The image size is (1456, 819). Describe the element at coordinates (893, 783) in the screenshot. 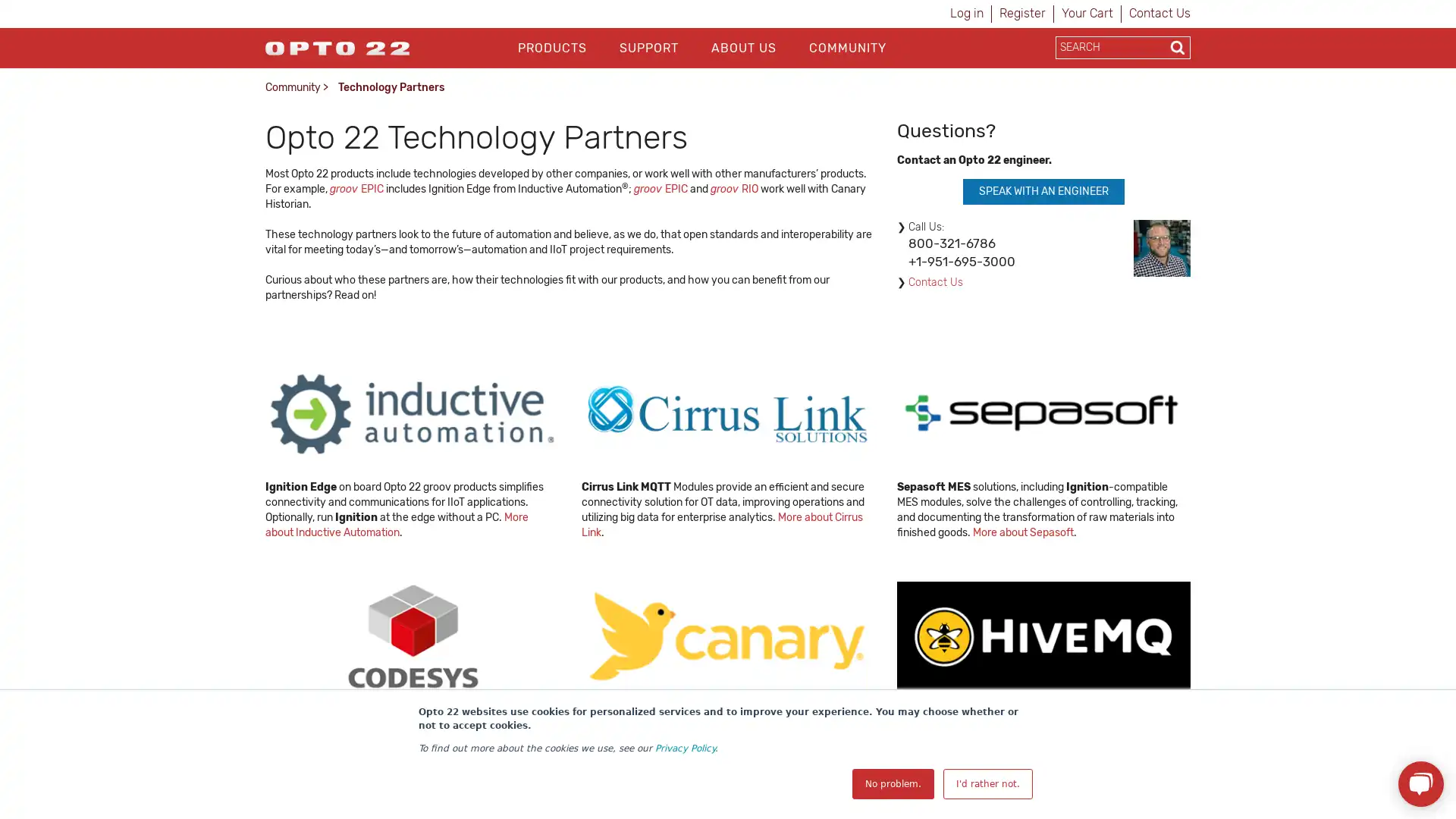

I see `No problem.` at that location.